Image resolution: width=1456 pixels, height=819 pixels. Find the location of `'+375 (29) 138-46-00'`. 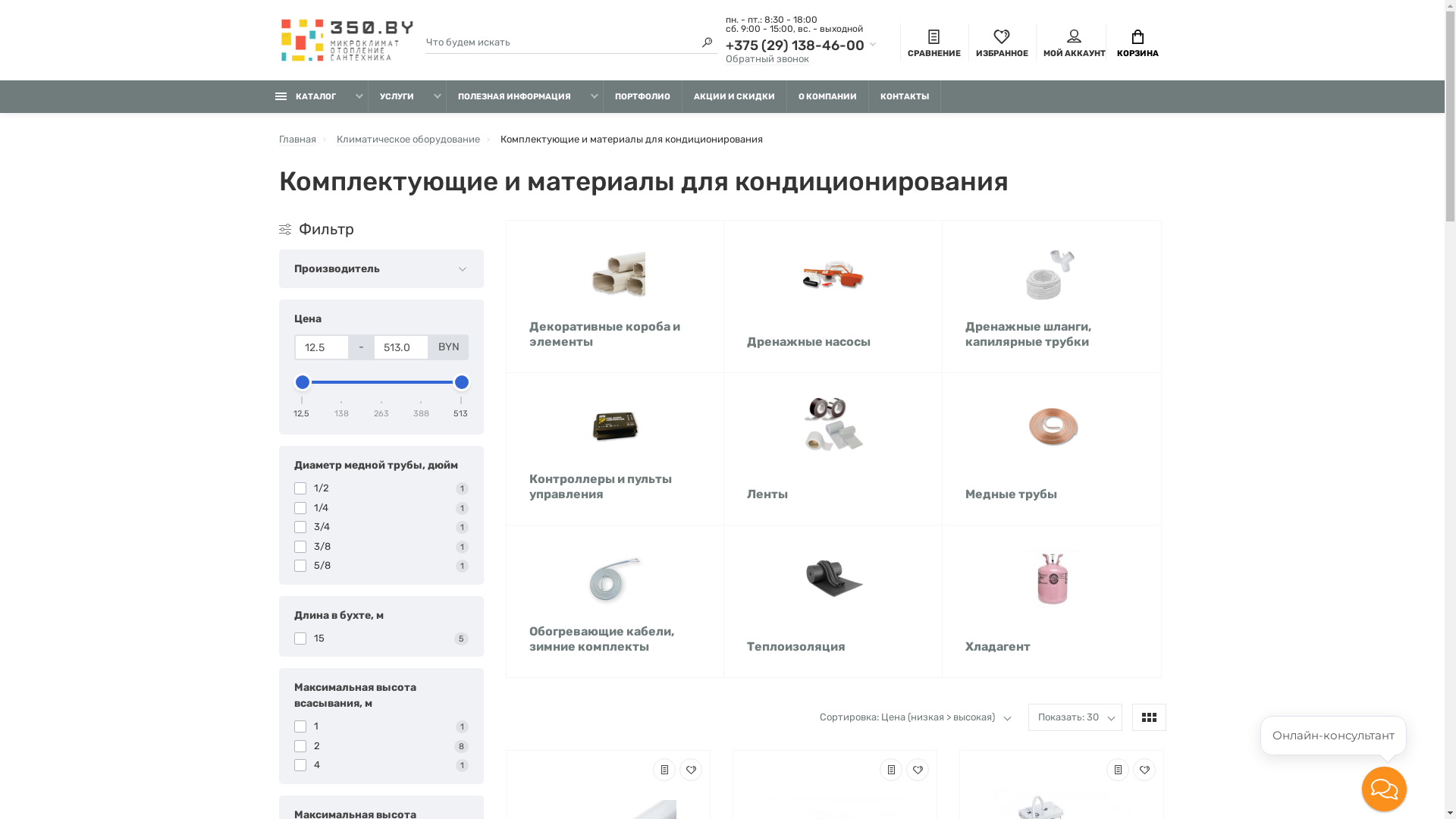

'+375 (29) 138-46-00' is located at coordinates (800, 45).